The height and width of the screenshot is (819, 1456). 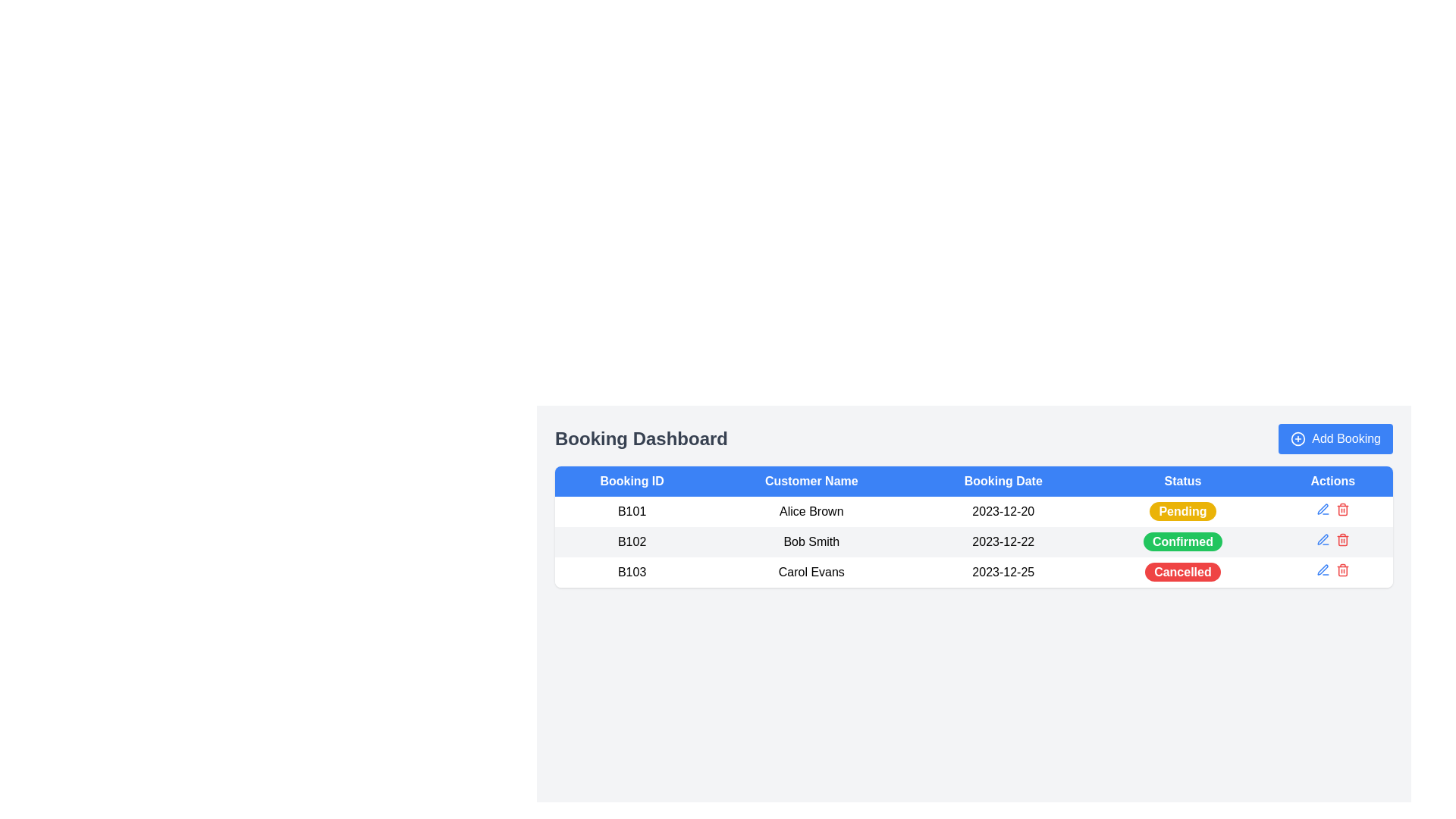 What do you see at coordinates (1332, 482) in the screenshot?
I see `the rightmost column header in the table, which categorizes actions such as edit and delete` at bounding box center [1332, 482].